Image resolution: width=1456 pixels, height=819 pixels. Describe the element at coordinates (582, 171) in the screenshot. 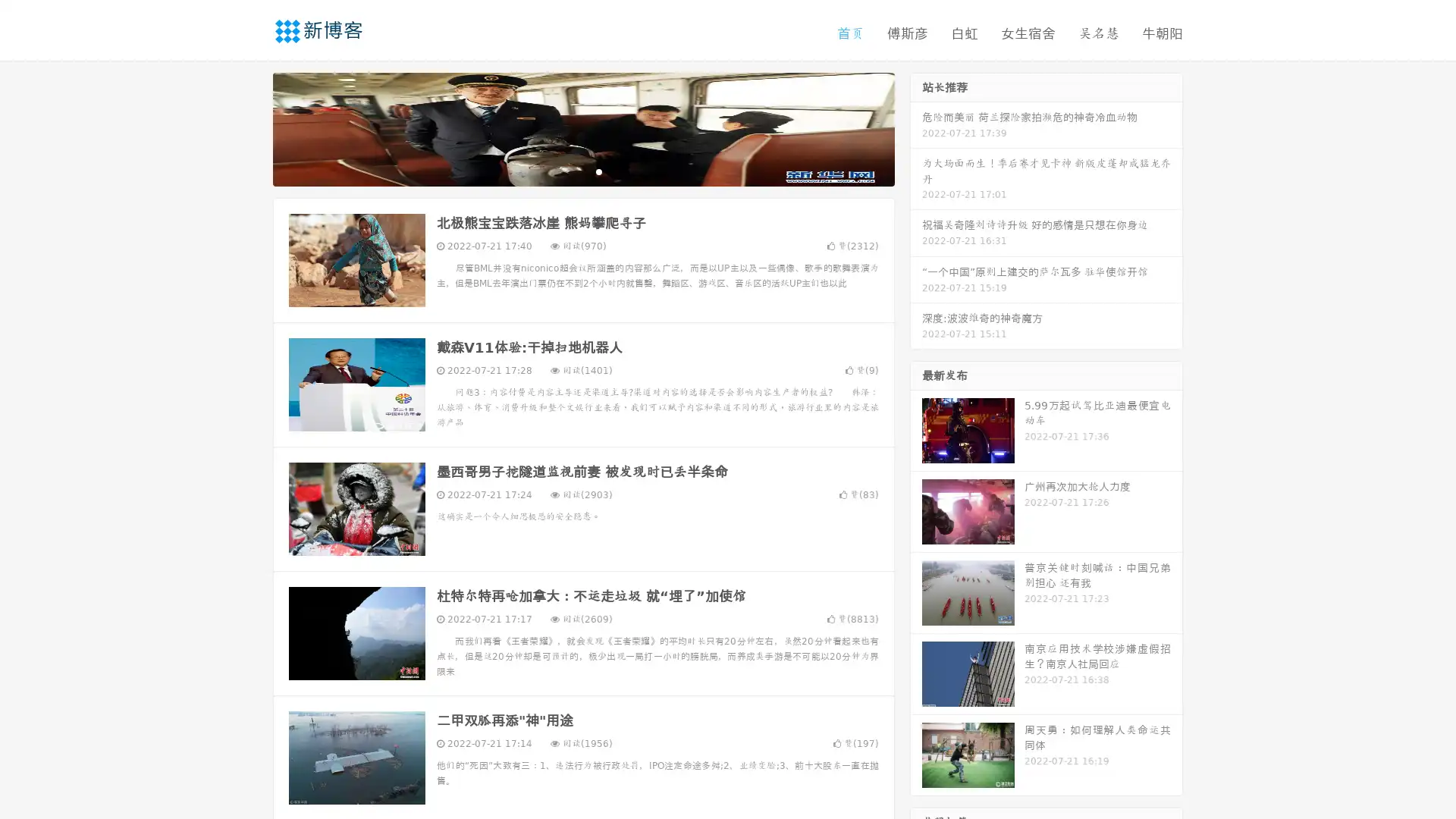

I see `Go to slide 2` at that location.